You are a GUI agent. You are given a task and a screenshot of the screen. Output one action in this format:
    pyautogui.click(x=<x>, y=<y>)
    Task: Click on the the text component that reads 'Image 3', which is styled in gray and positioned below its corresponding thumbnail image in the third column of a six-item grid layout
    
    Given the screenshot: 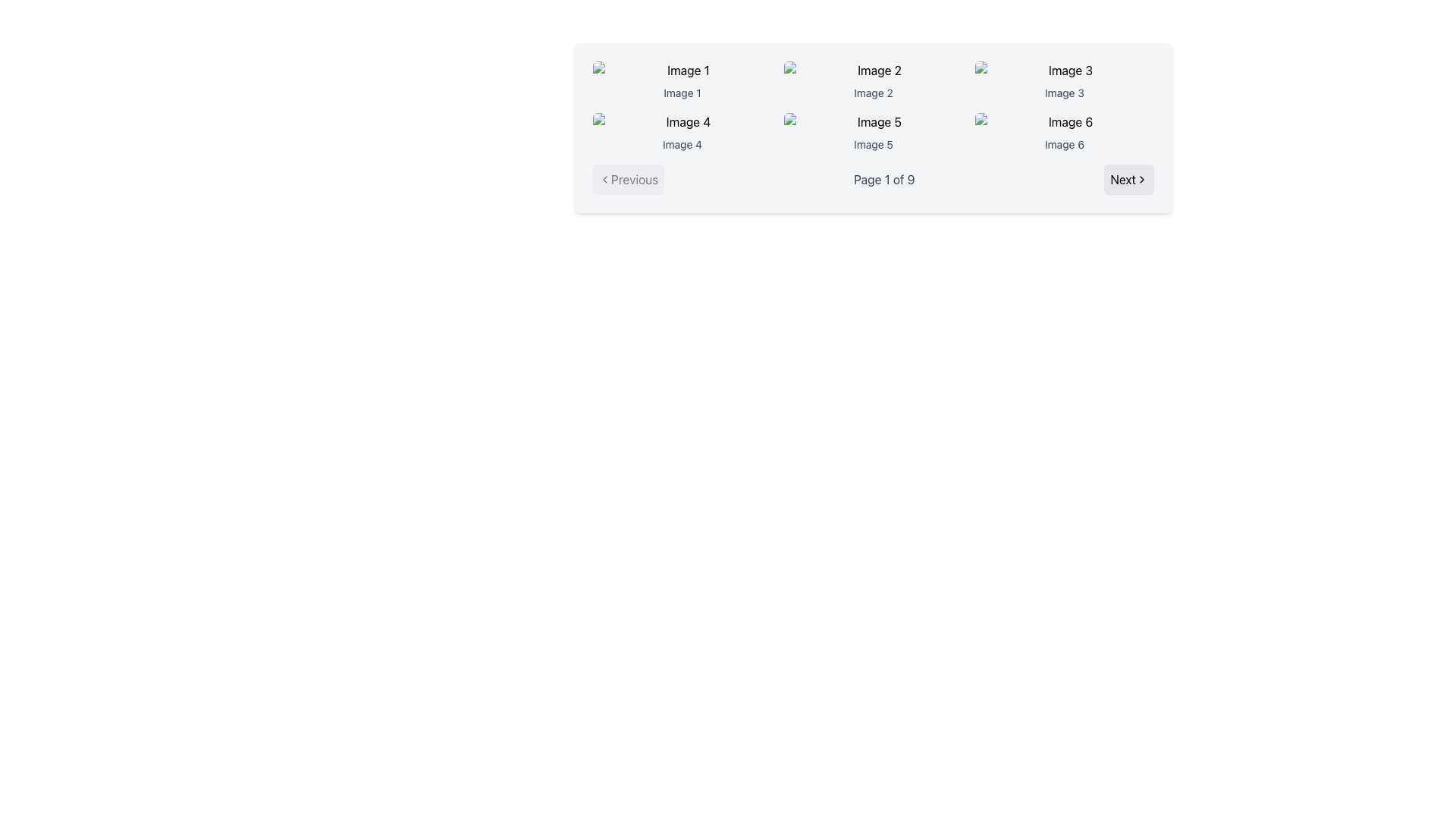 What is the action you would take?
    pyautogui.click(x=1063, y=93)
    